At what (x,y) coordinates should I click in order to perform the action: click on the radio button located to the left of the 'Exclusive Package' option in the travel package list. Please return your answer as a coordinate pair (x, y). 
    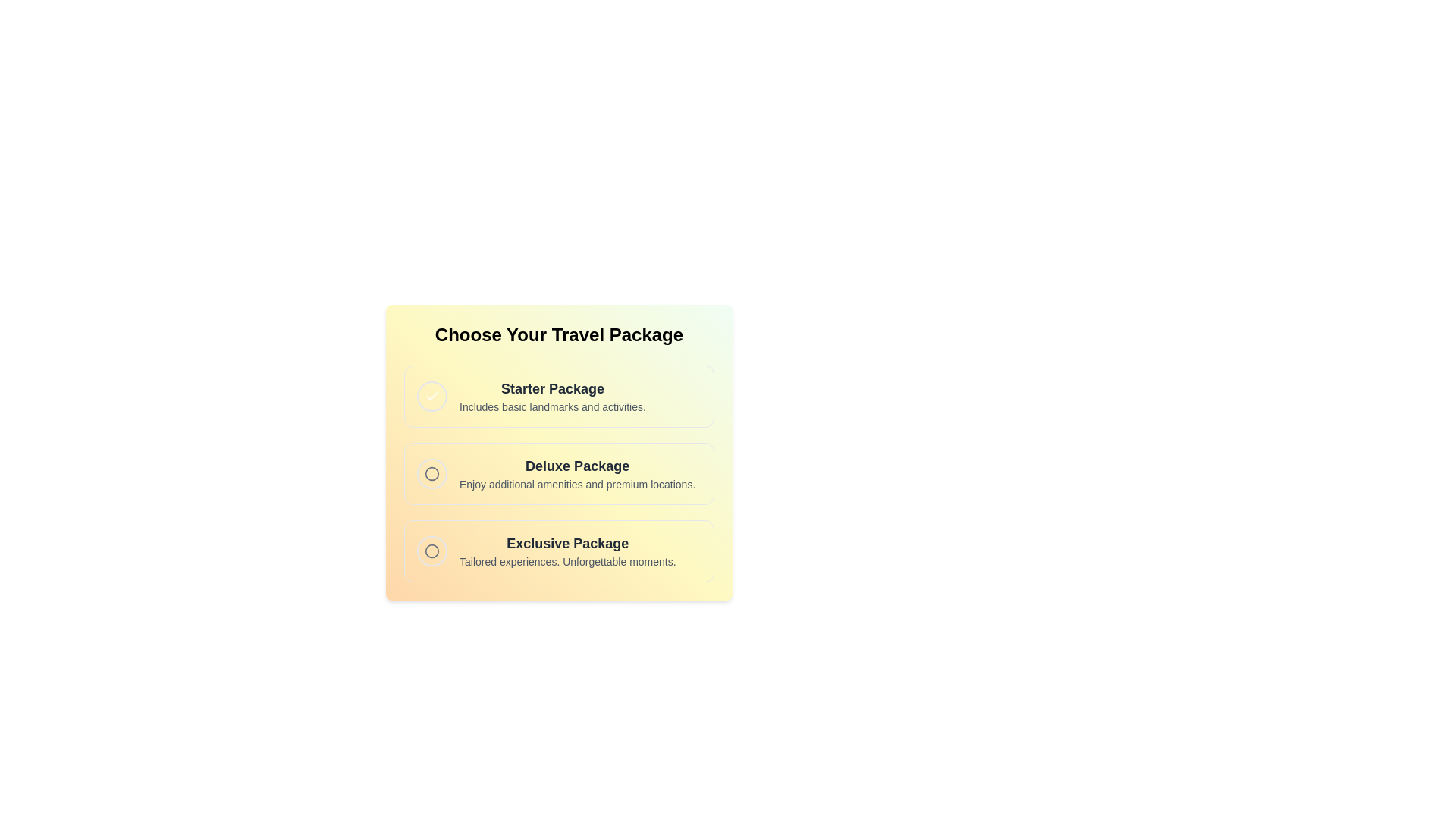
    Looking at the image, I should click on (431, 551).